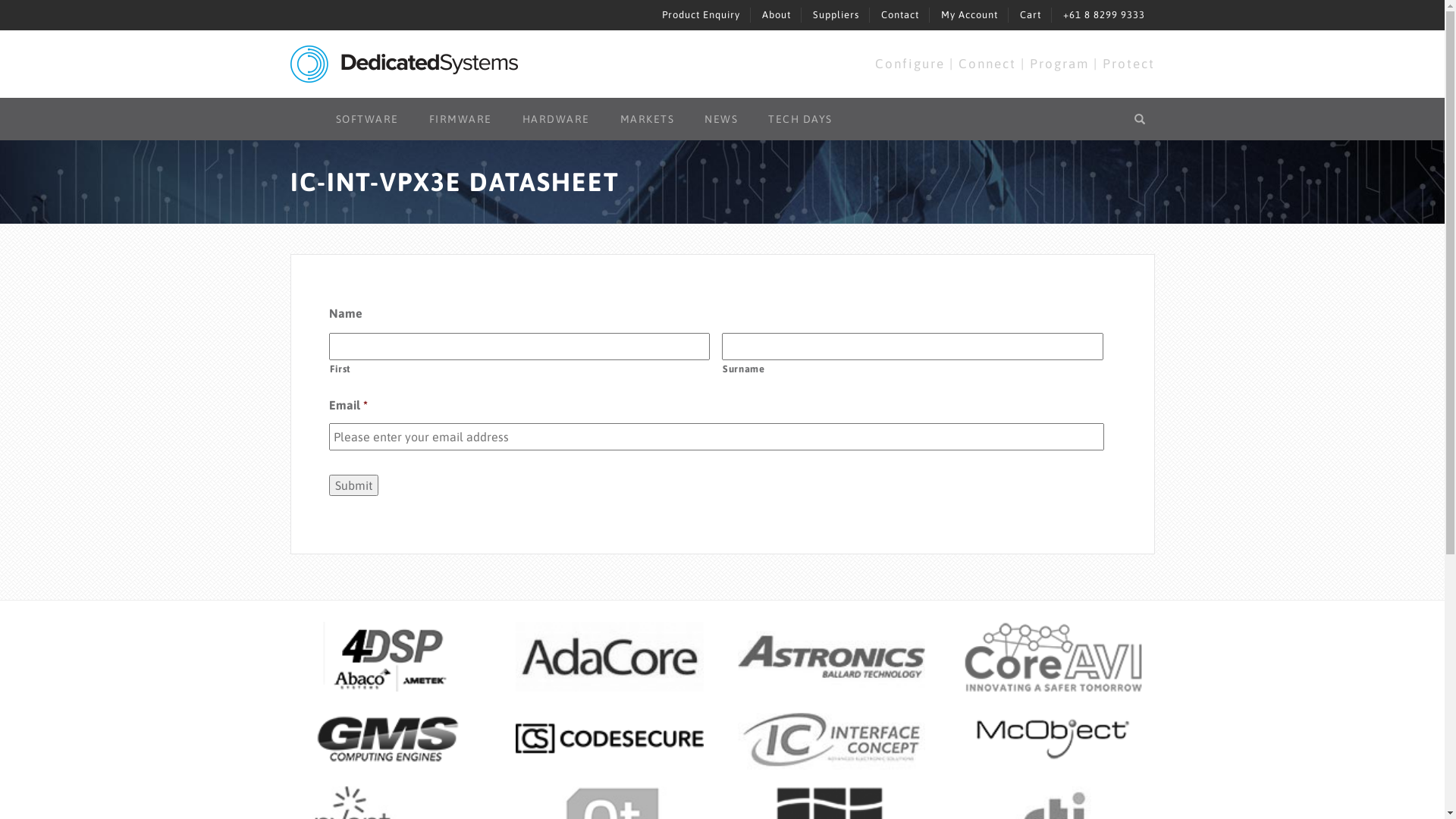 The height and width of the screenshot is (819, 1456). I want to click on 'HARDWARE', so click(554, 118).